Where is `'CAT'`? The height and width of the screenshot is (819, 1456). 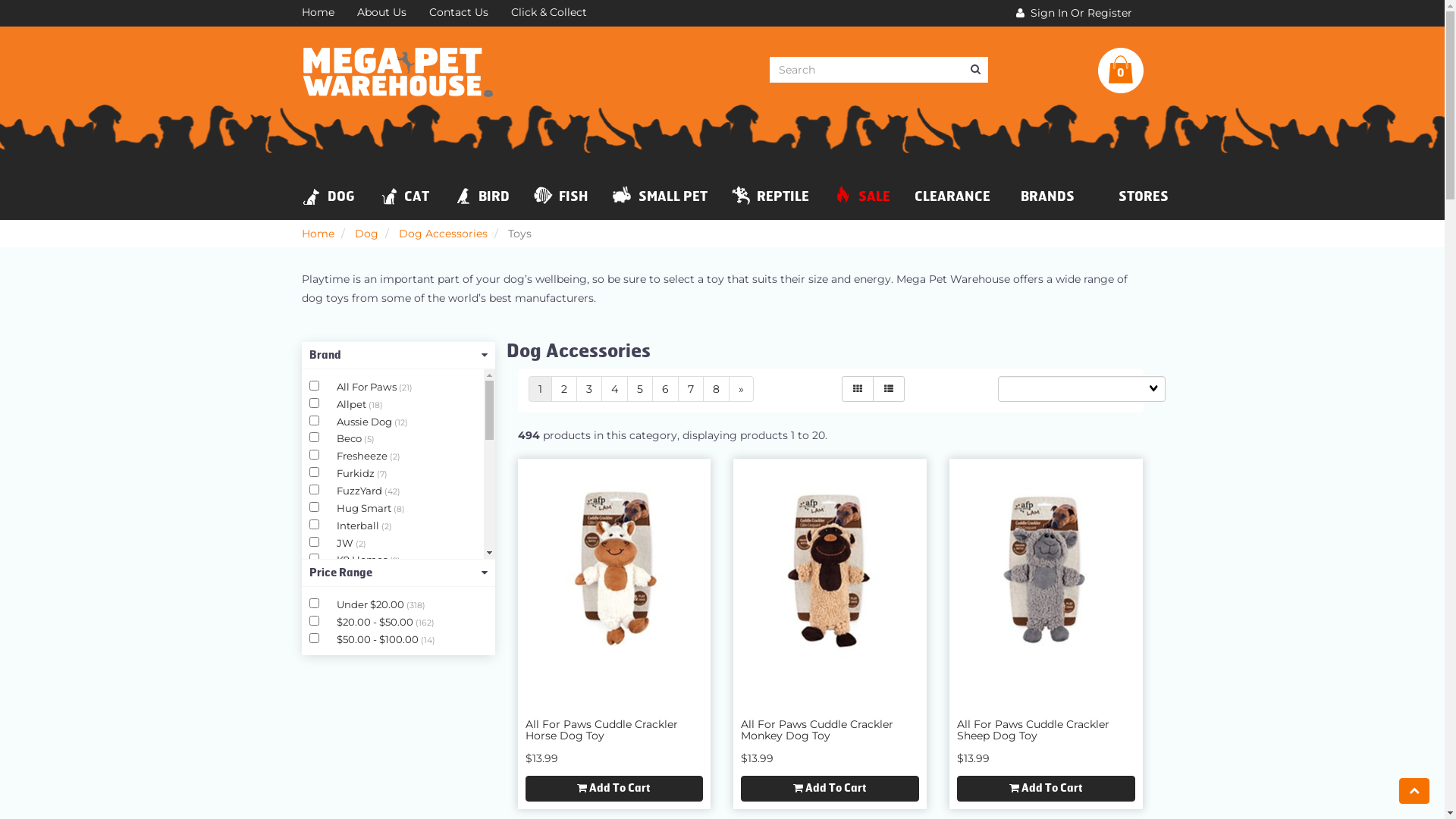
'CAT' is located at coordinates (403, 196).